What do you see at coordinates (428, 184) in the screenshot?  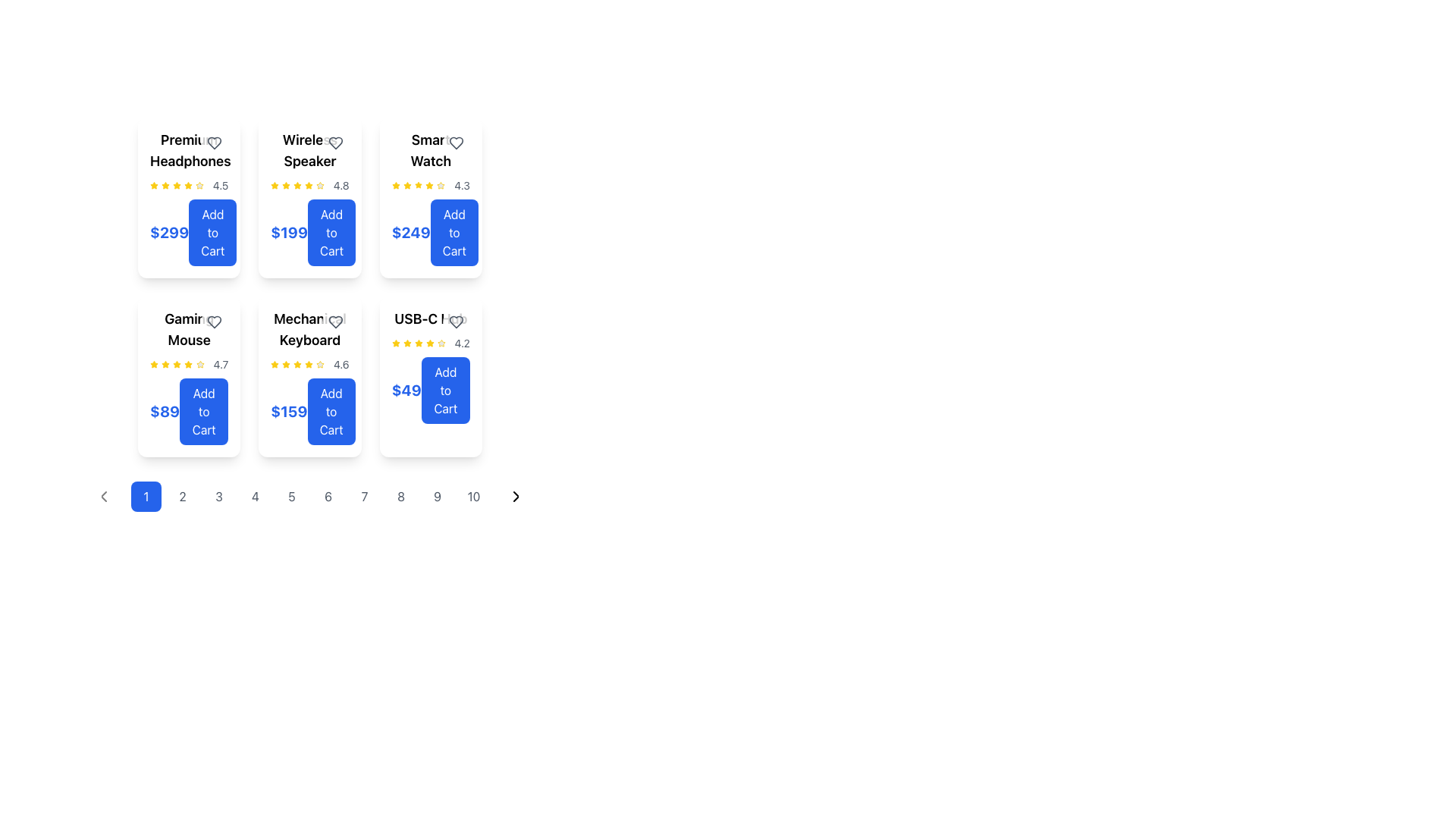 I see `the second star in the third row's rating display for the product 'Smart Watch', which serves as a visual representation in the rating system` at bounding box center [428, 184].